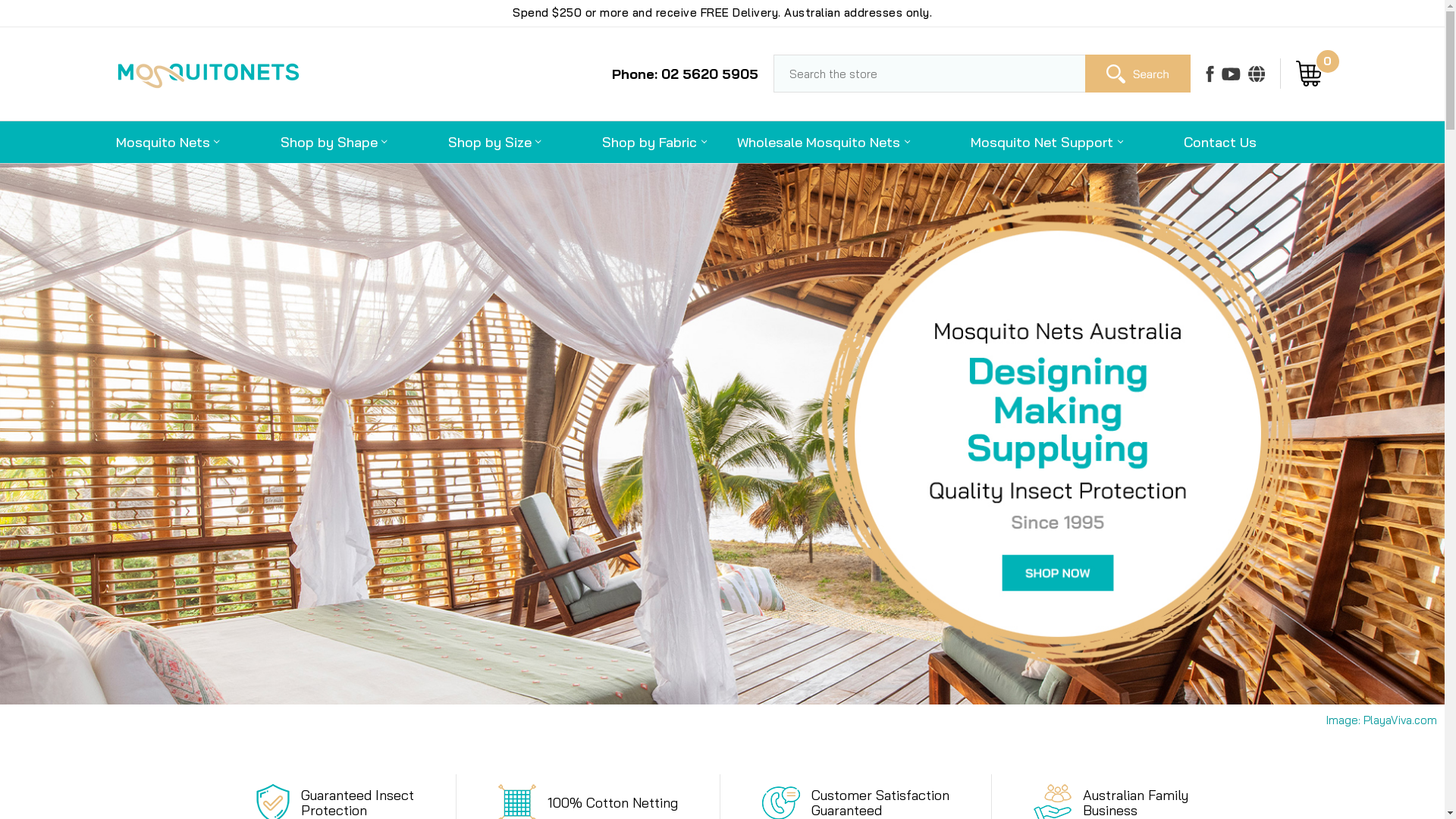  I want to click on 'Facebook', so click(1209, 73).